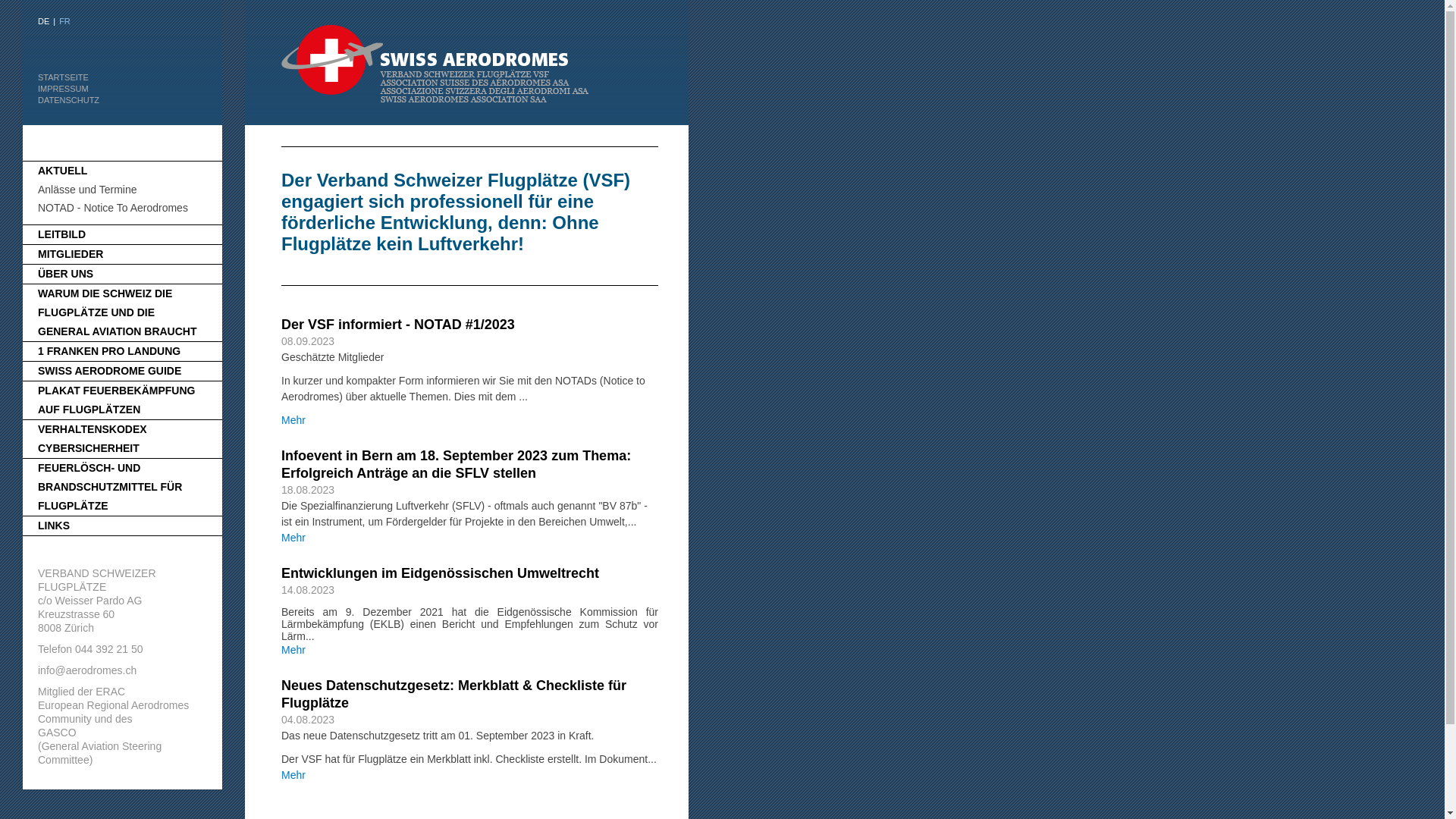 The image size is (1456, 819). Describe the element at coordinates (293, 648) in the screenshot. I see `'Mehr'` at that location.